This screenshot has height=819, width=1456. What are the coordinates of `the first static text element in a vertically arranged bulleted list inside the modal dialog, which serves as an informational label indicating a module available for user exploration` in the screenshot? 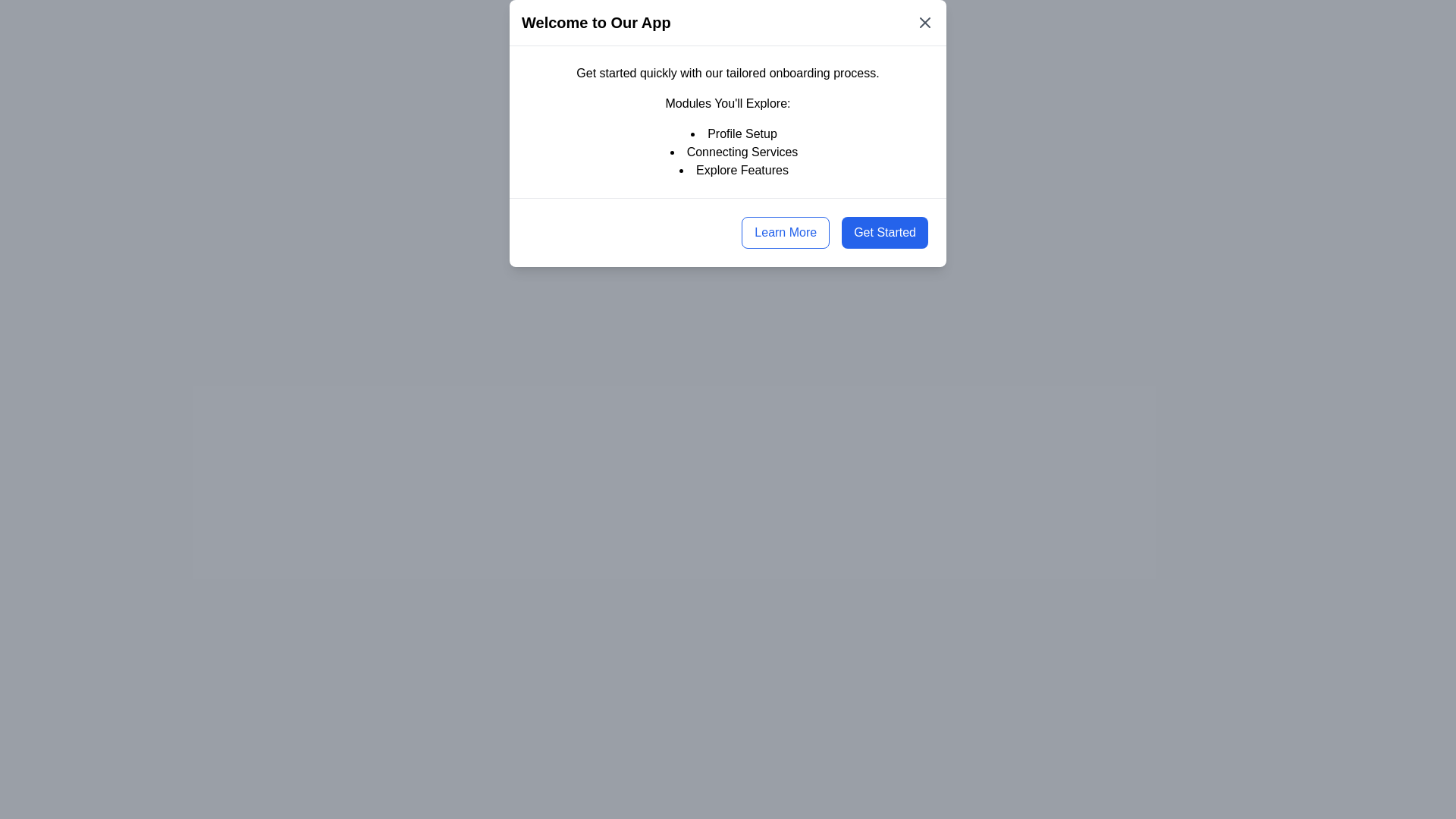 It's located at (734, 133).